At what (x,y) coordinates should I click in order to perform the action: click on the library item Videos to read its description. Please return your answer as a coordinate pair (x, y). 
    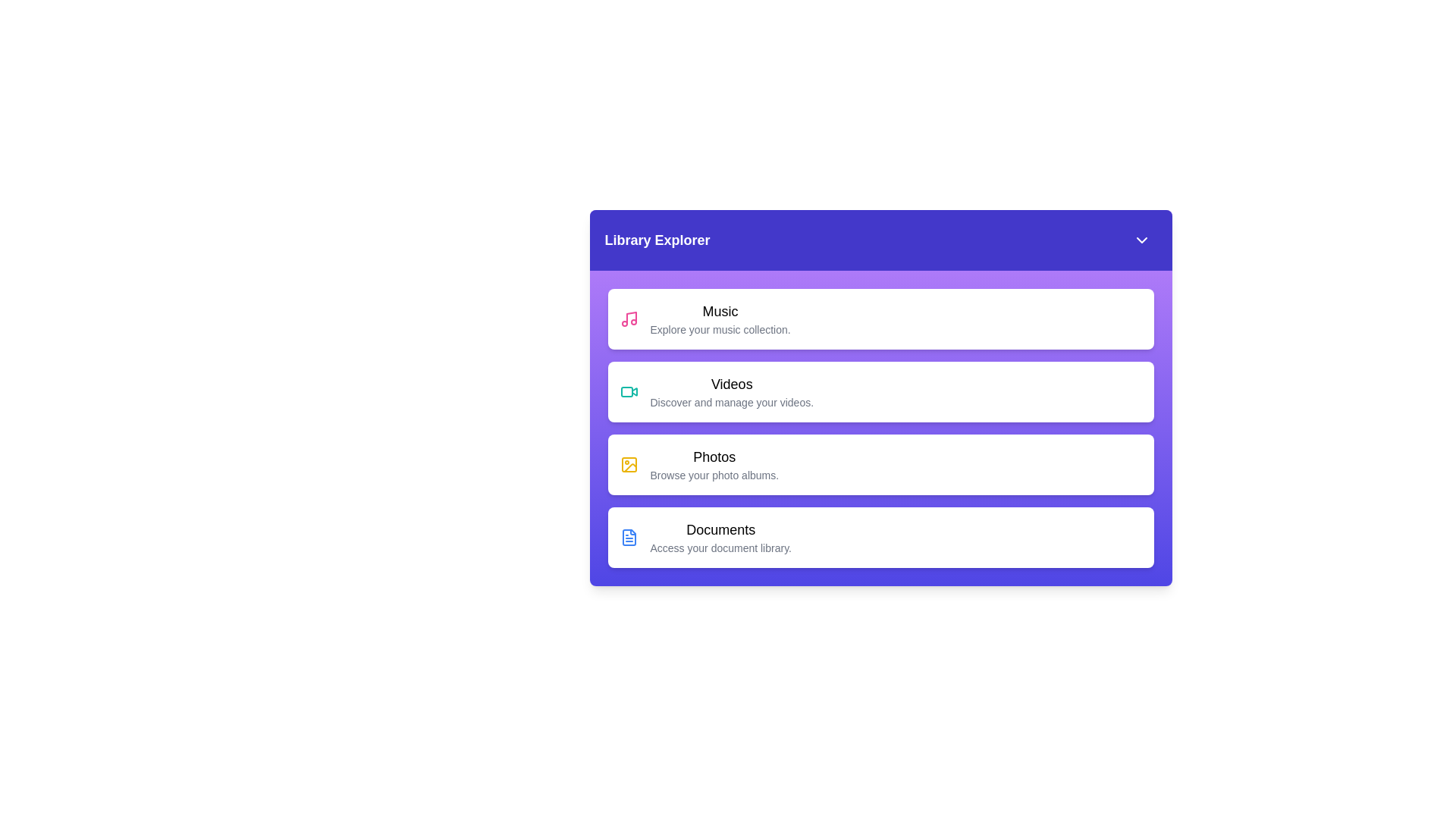
    Looking at the image, I should click on (880, 391).